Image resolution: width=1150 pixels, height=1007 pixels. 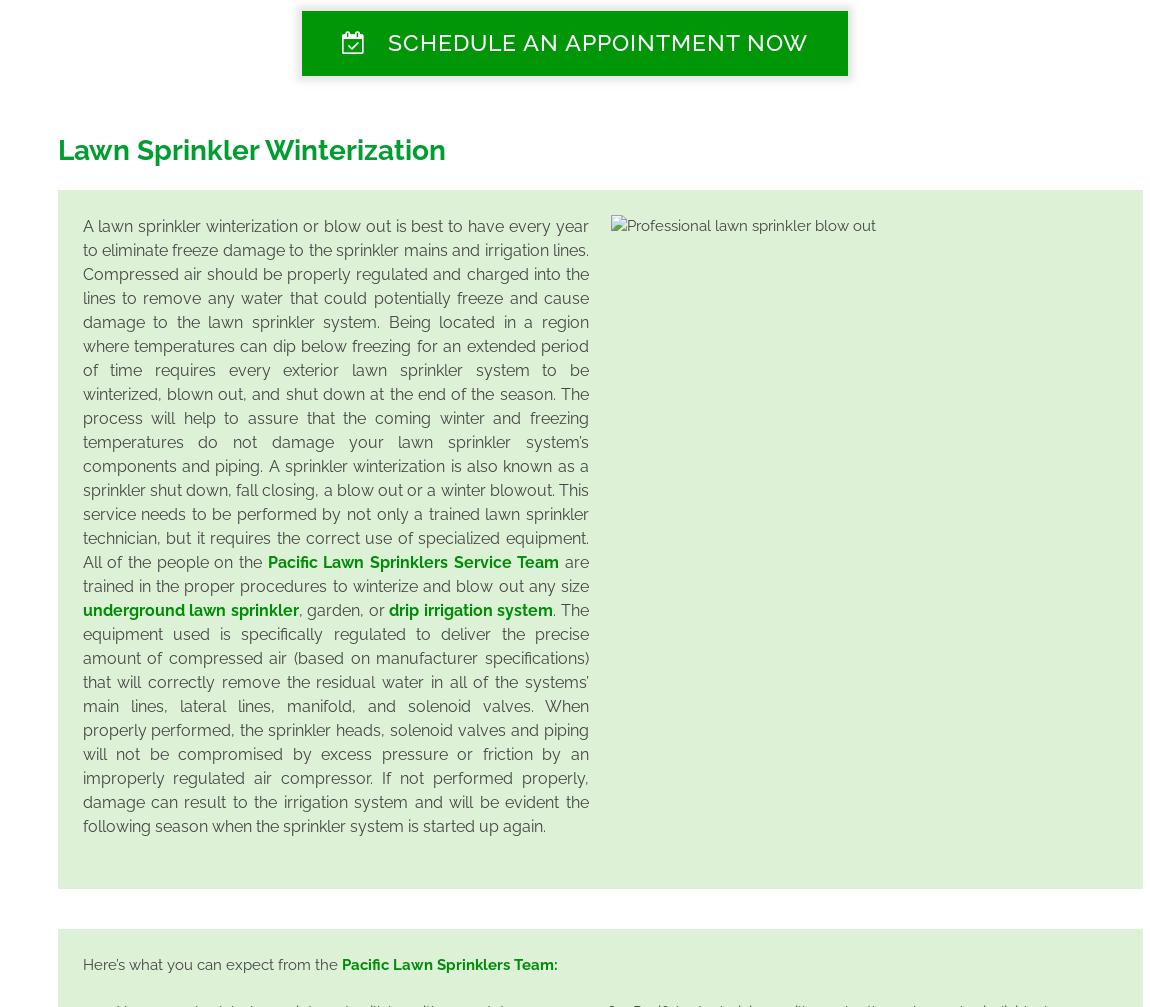 I want to click on 'Lawn Sprinkler Winterization', so click(x=250, y=149).